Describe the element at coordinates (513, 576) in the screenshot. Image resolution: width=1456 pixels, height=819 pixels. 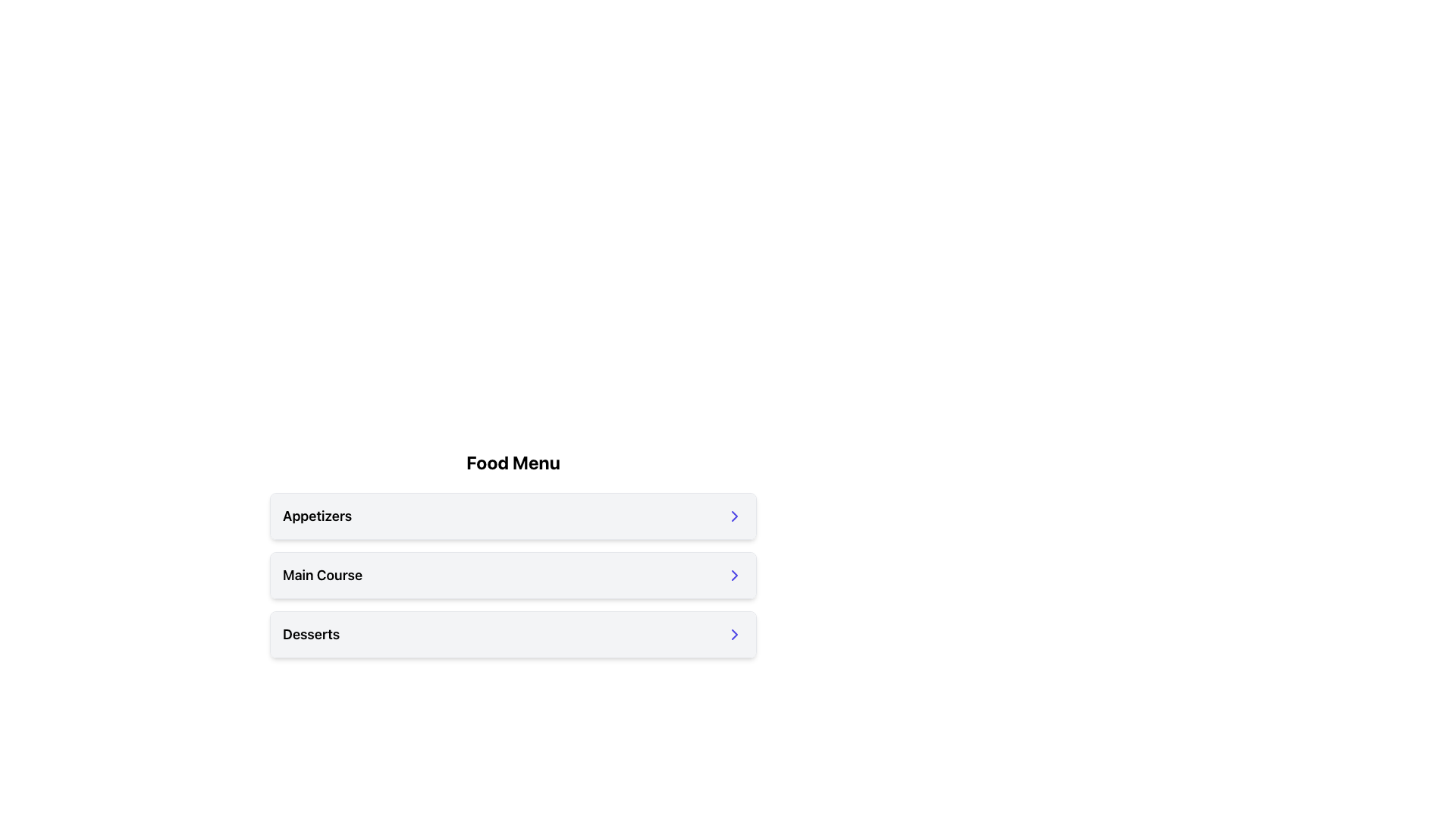
I see `the second menu item in the vertical list, which represents the 'Main Course' section` at that location.